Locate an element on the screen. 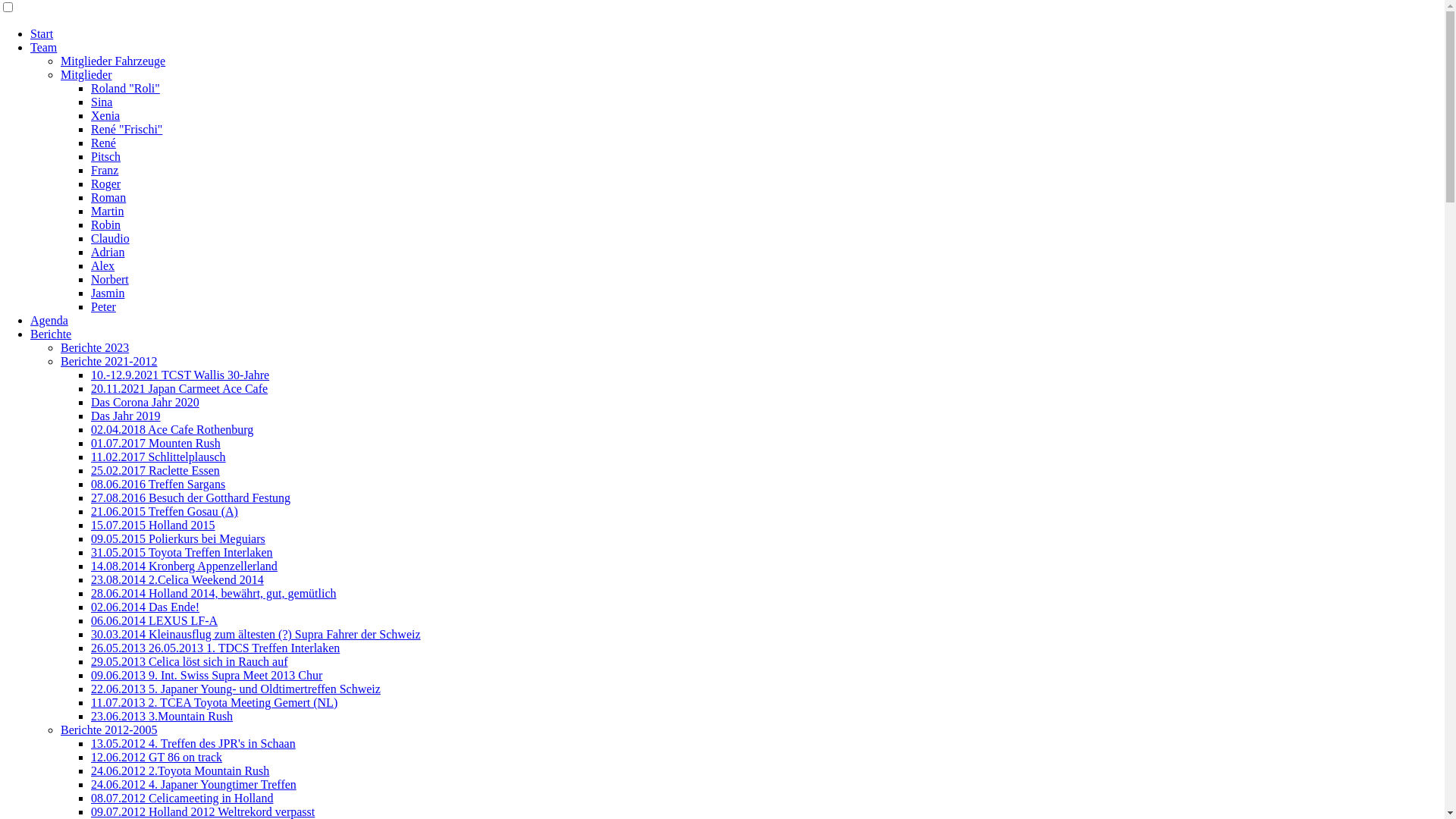 This screenshot has width=1456, height=819. 'Das Jahr 2019' is located at coordinates (90, 416).